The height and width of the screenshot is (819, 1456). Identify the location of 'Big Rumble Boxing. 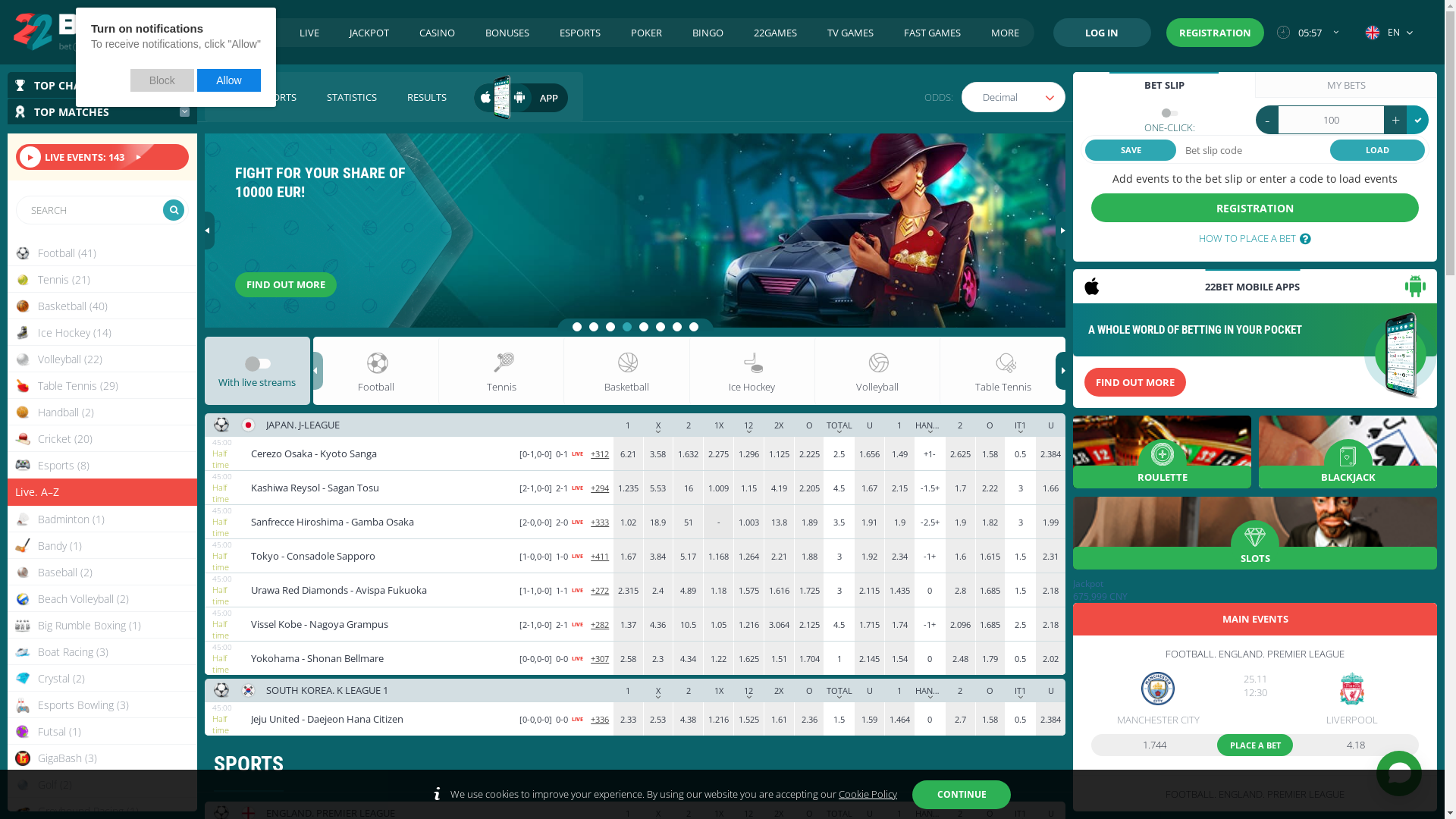
(101, 625).